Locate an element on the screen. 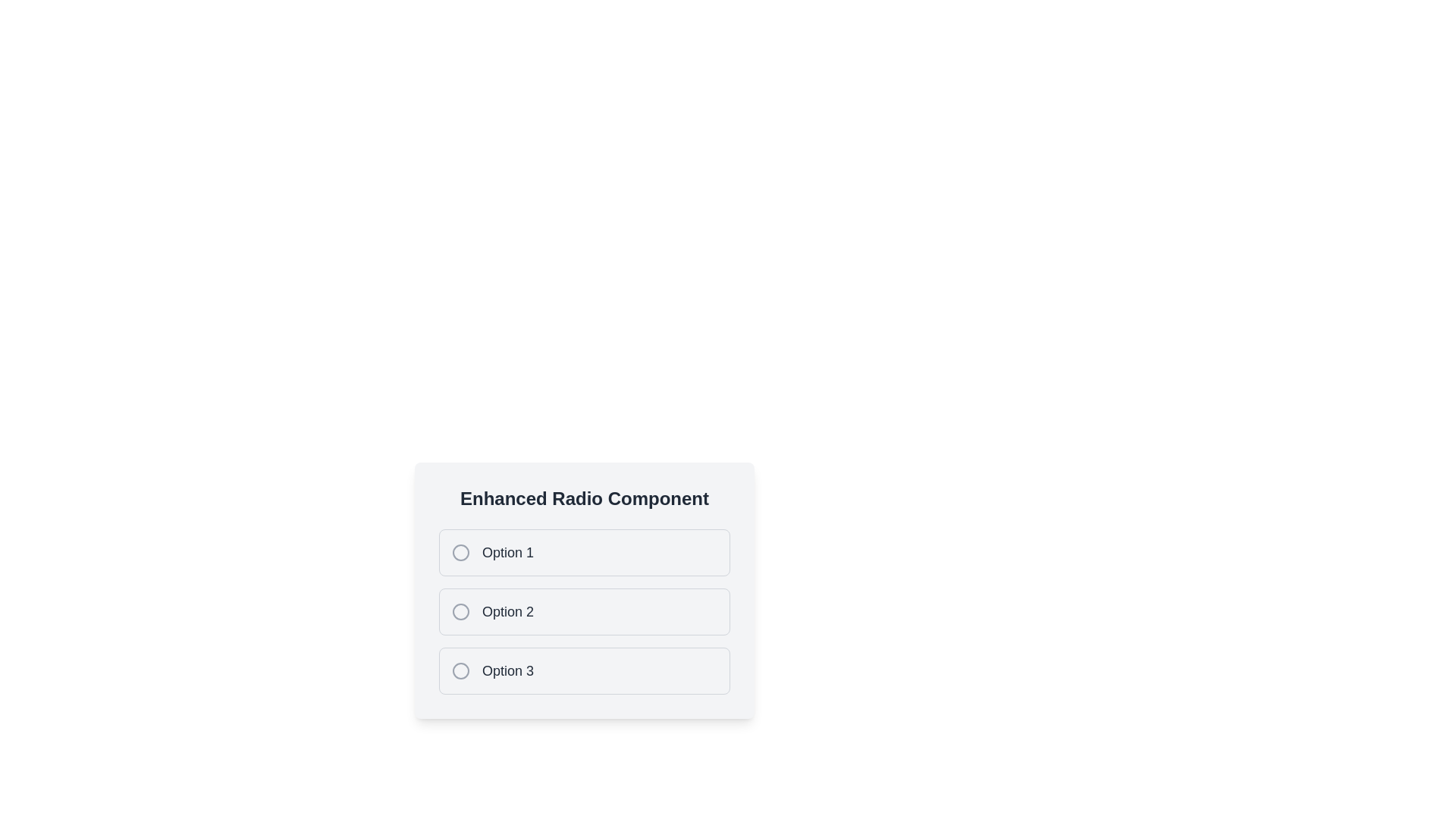 This screenshot has height=819, width=1456. the radio button labeled 'Option 3' is located at coordinates (584, 670).